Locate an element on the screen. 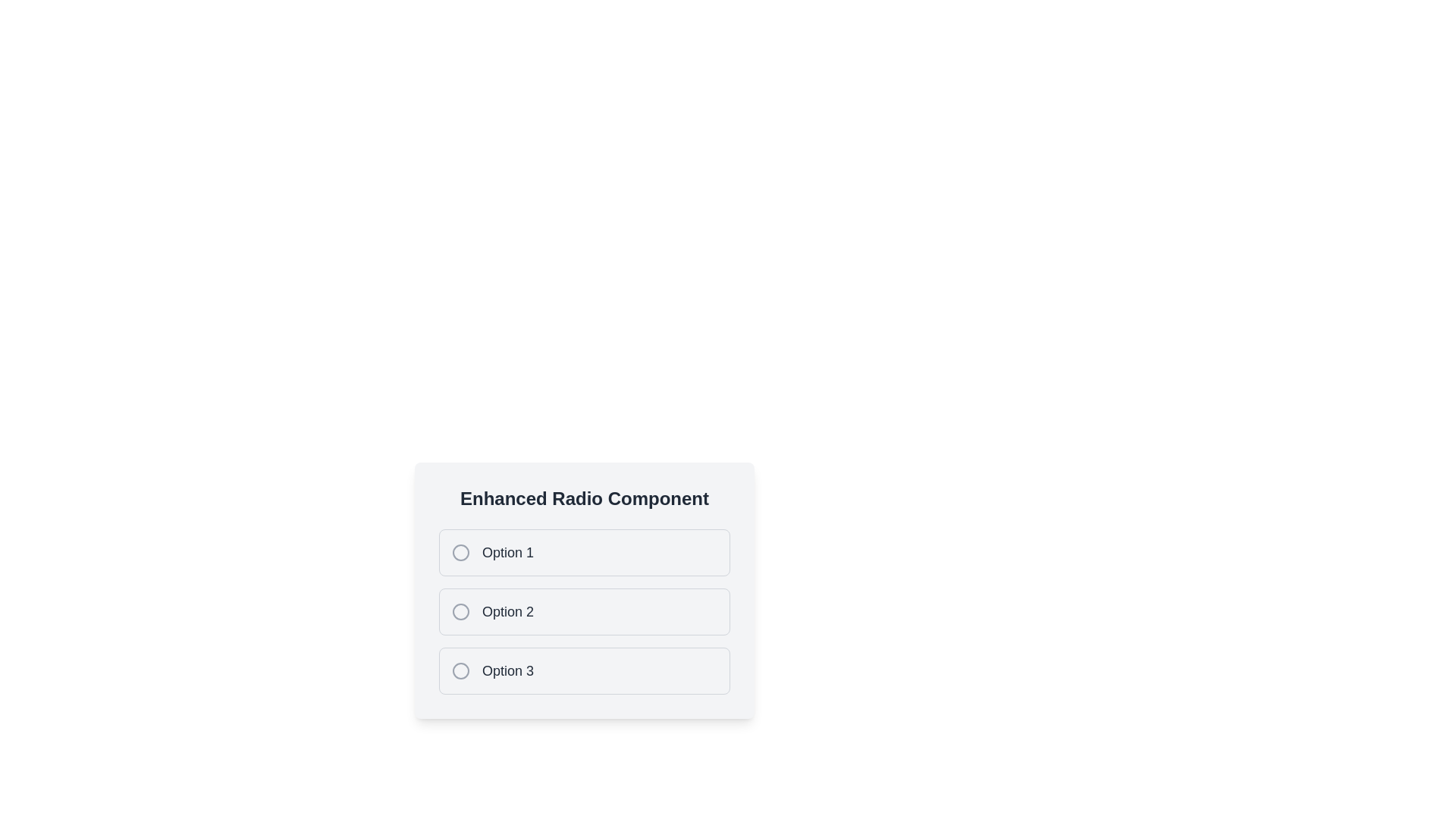 This screenshot has height=819, width=1456. the radio button labeled 'Option 3' is located at coordinates (584, 670).